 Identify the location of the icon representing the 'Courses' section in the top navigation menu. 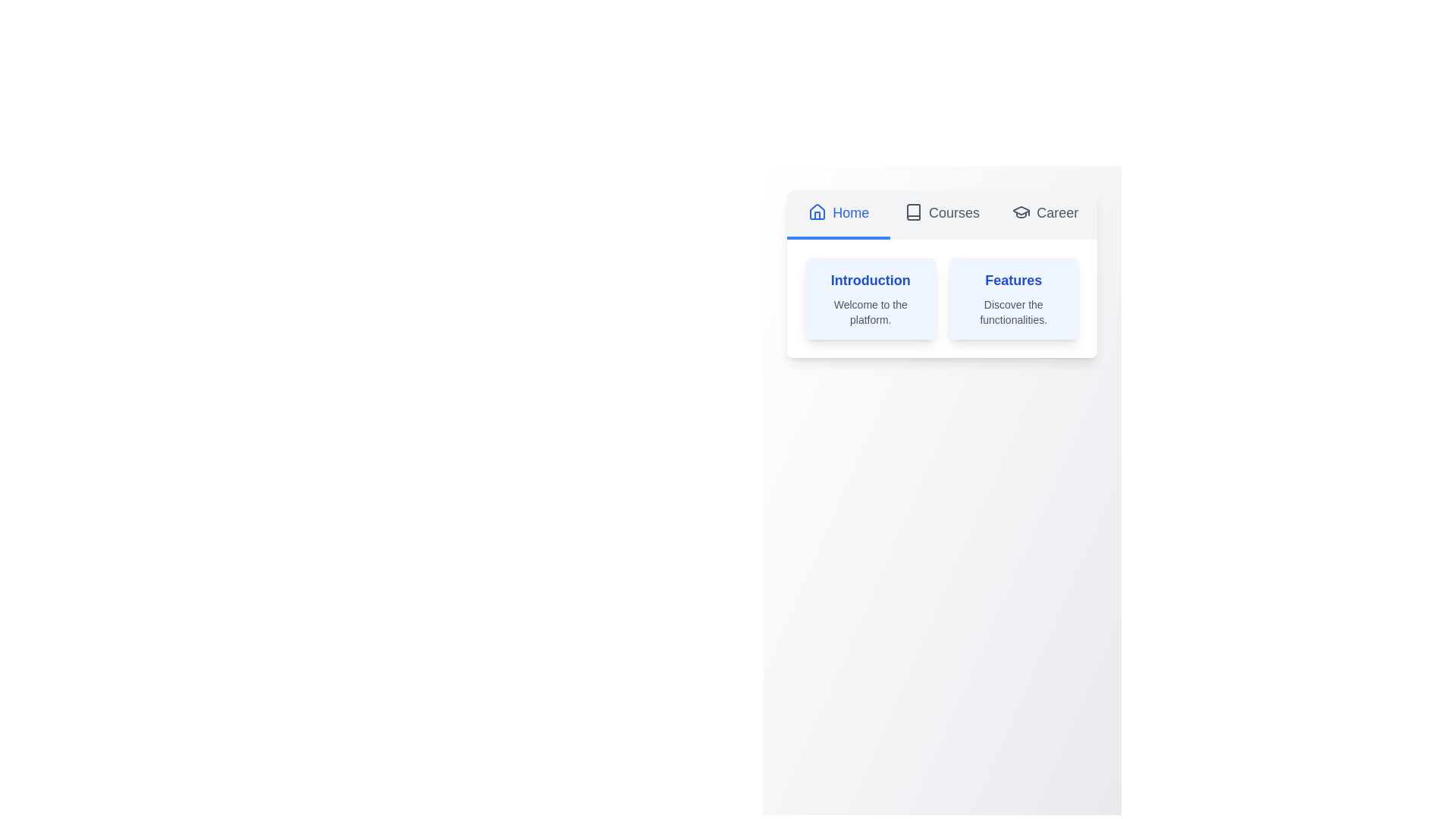
(912, 212).